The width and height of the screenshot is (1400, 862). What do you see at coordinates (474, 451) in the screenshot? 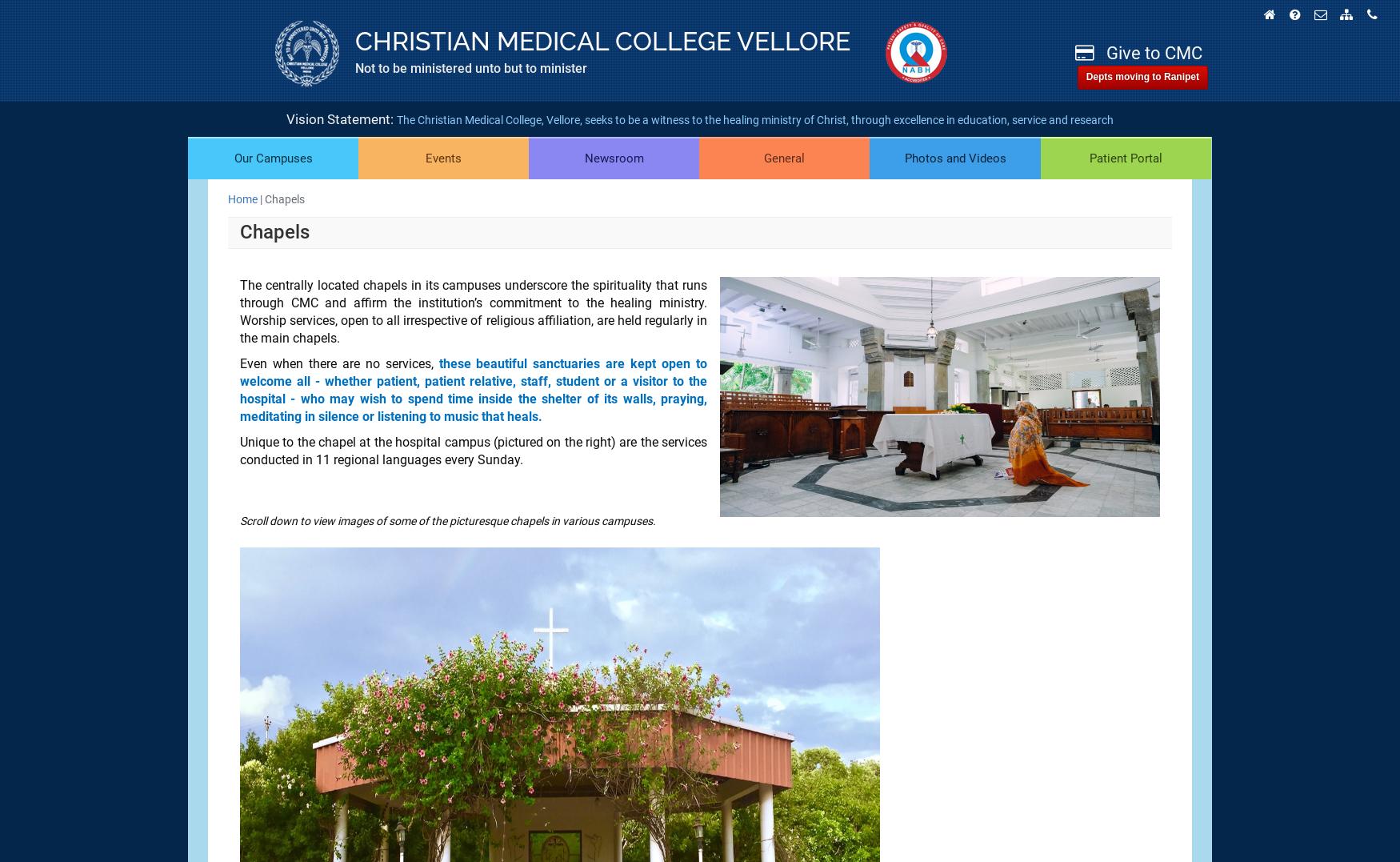
I see `'Unique to the chapel at the hospital campus (pictured on the right) are the services conducted in 11 regional languages every Sunday.'` at bounding box center [474, 451].